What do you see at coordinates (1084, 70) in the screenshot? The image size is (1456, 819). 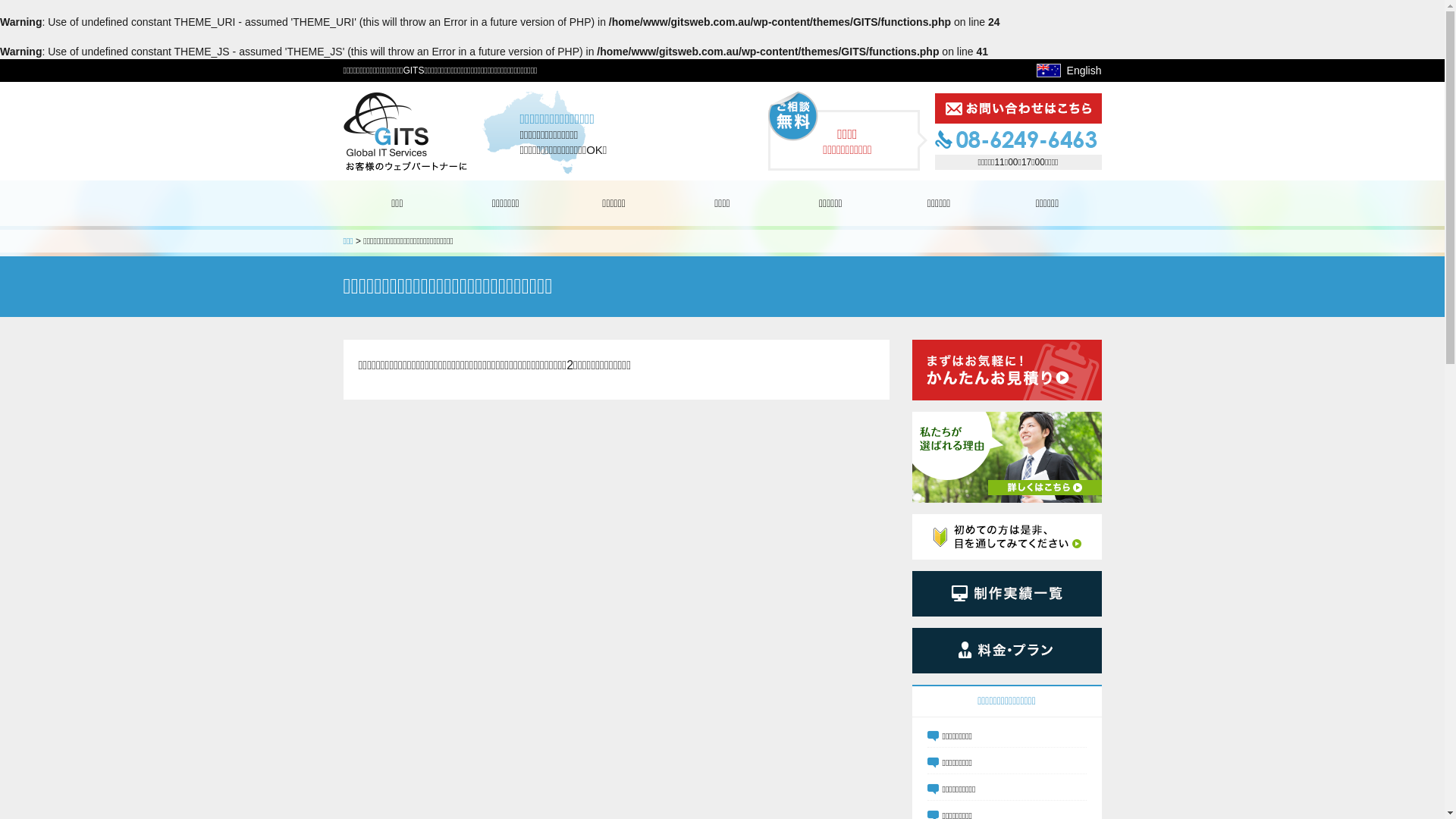 I see `'English'` at bounding box center [1084, 70].